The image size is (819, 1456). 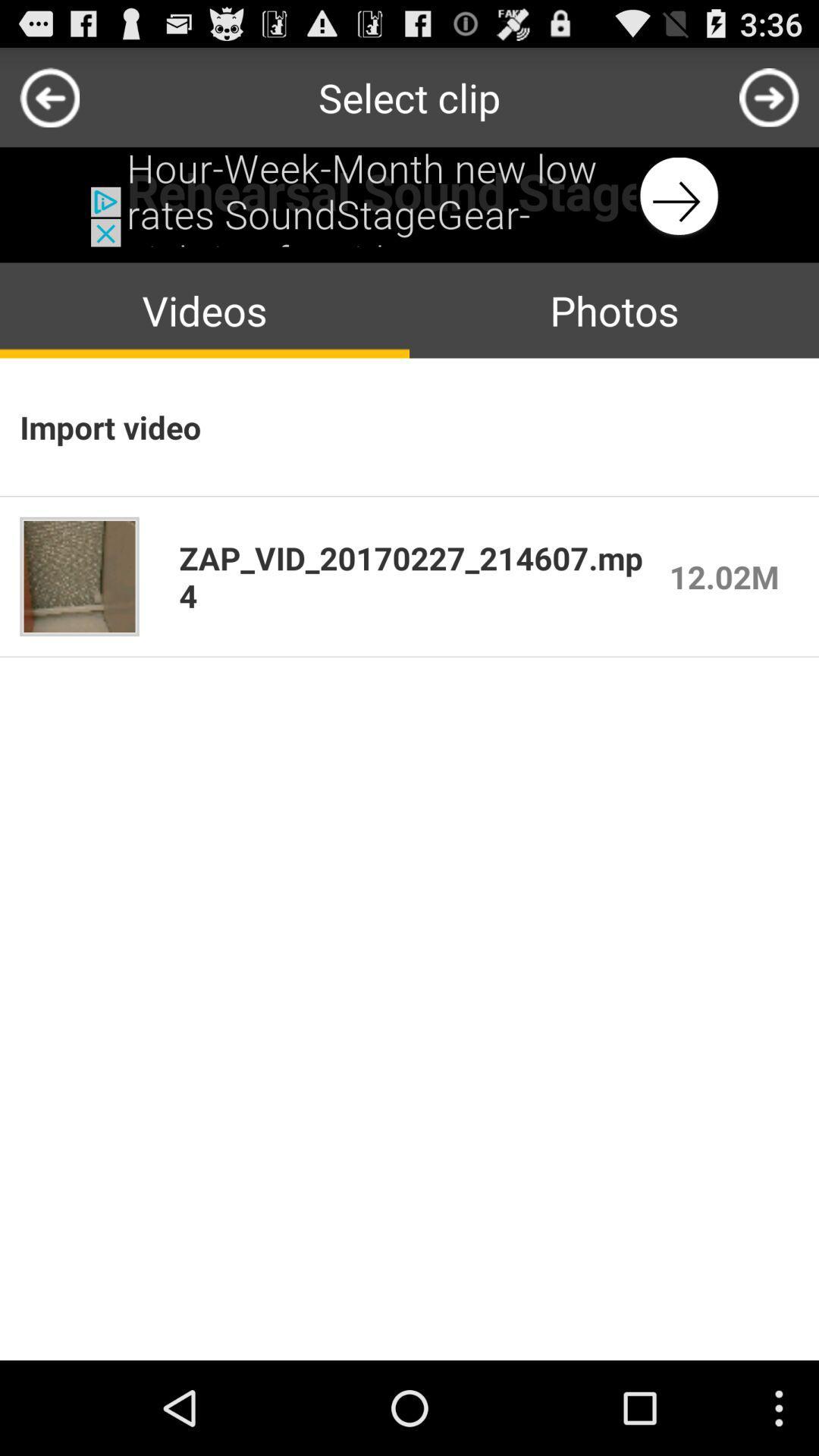 I want to click on advertisement box, so click(x=409, y=196).